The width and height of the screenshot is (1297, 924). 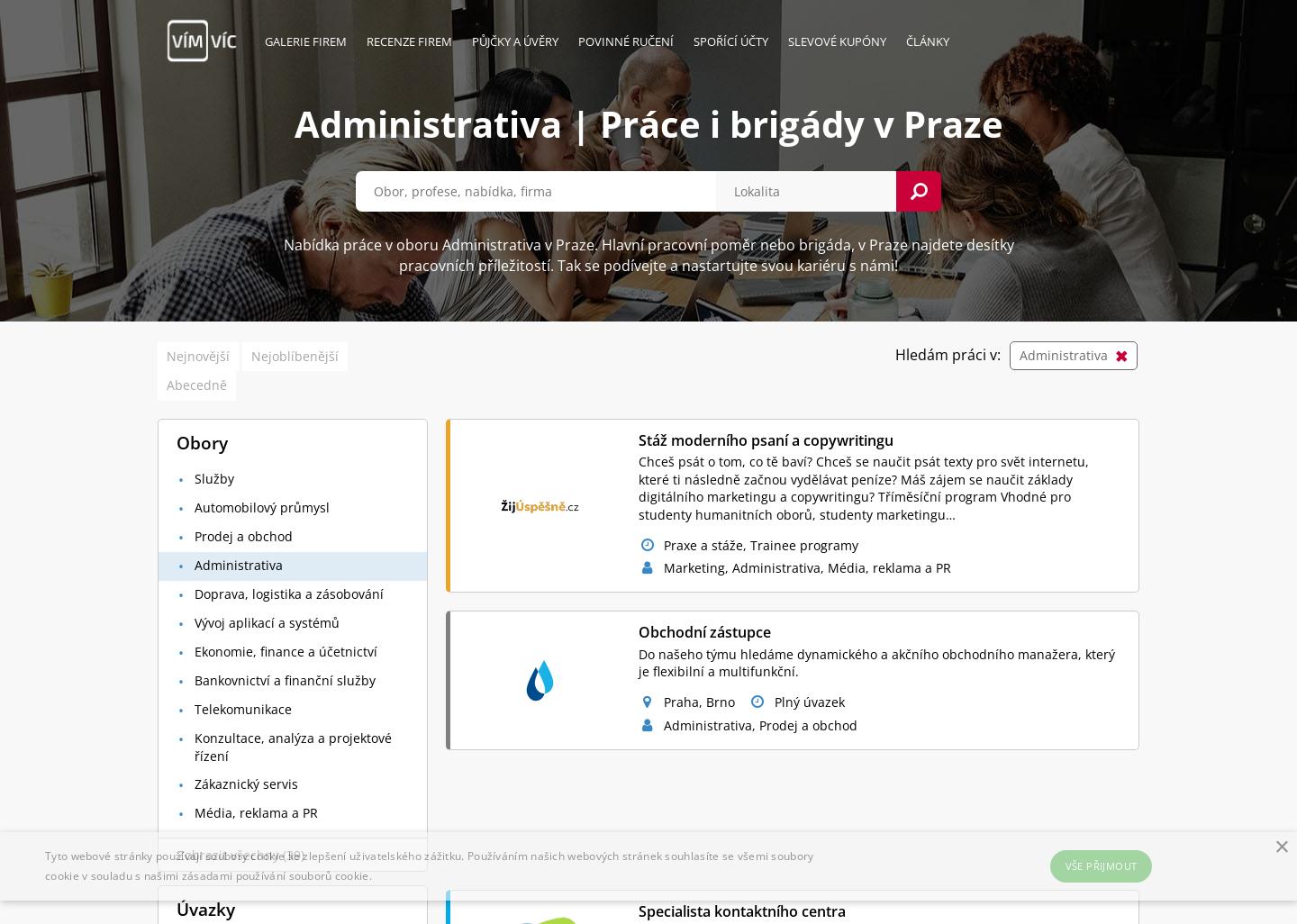 I want to click on 'Specialista kontaktního centra', so click(x=740, y=910).